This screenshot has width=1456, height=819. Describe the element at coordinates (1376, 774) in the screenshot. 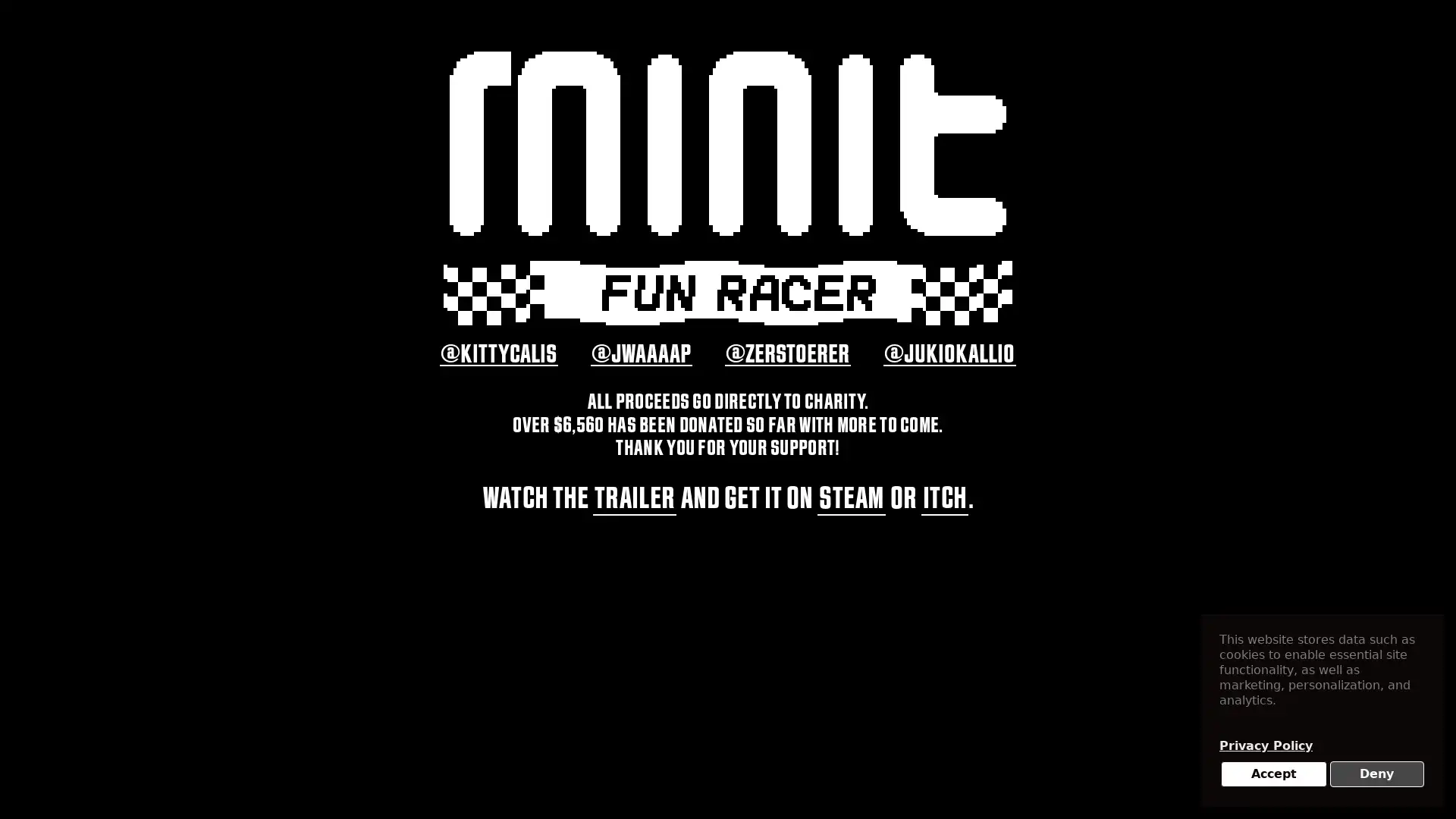

I see `Deny` at that location.